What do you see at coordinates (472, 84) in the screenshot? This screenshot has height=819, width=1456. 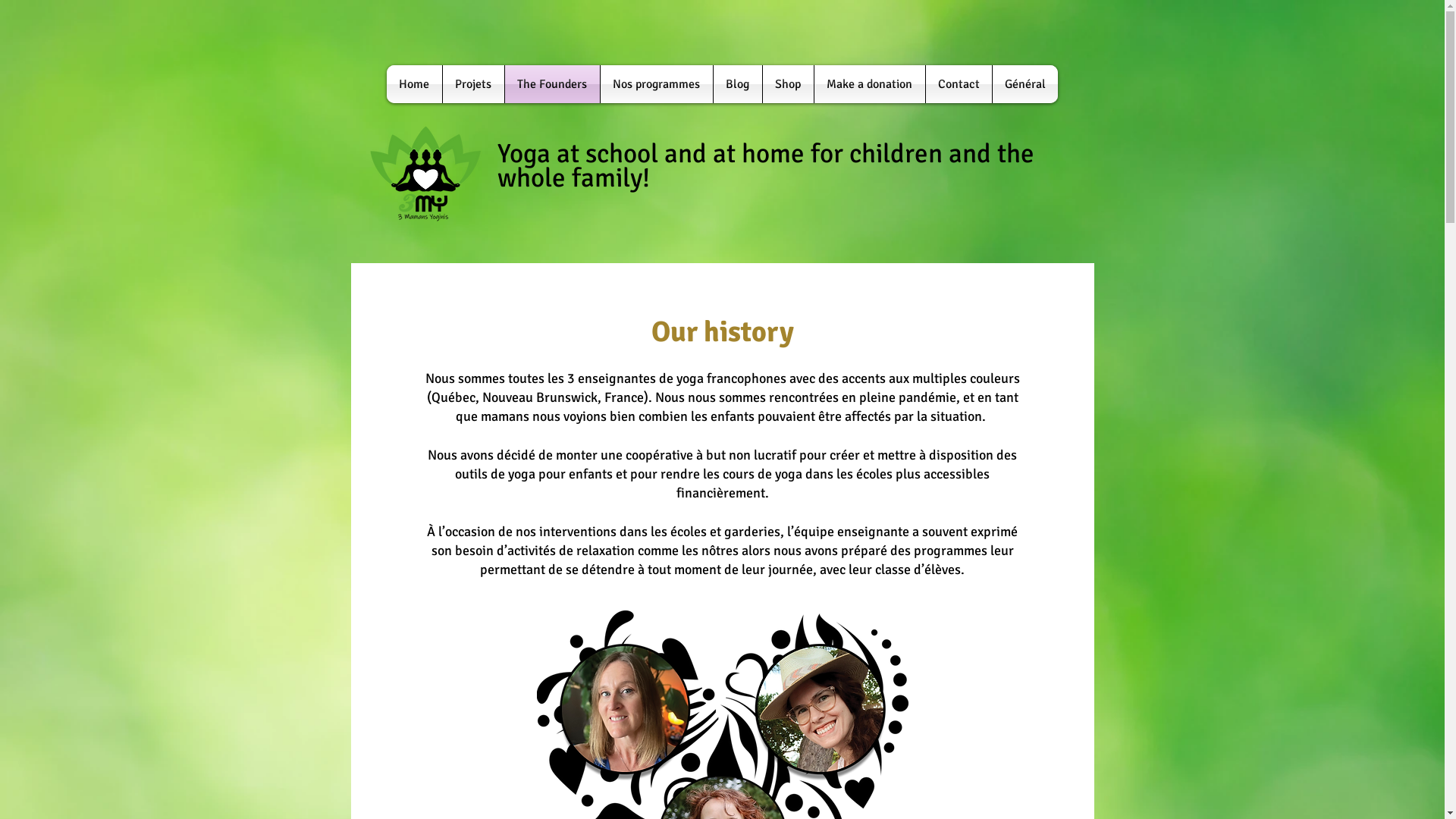 I see `'Projets'` at bounding box center [472, 84].